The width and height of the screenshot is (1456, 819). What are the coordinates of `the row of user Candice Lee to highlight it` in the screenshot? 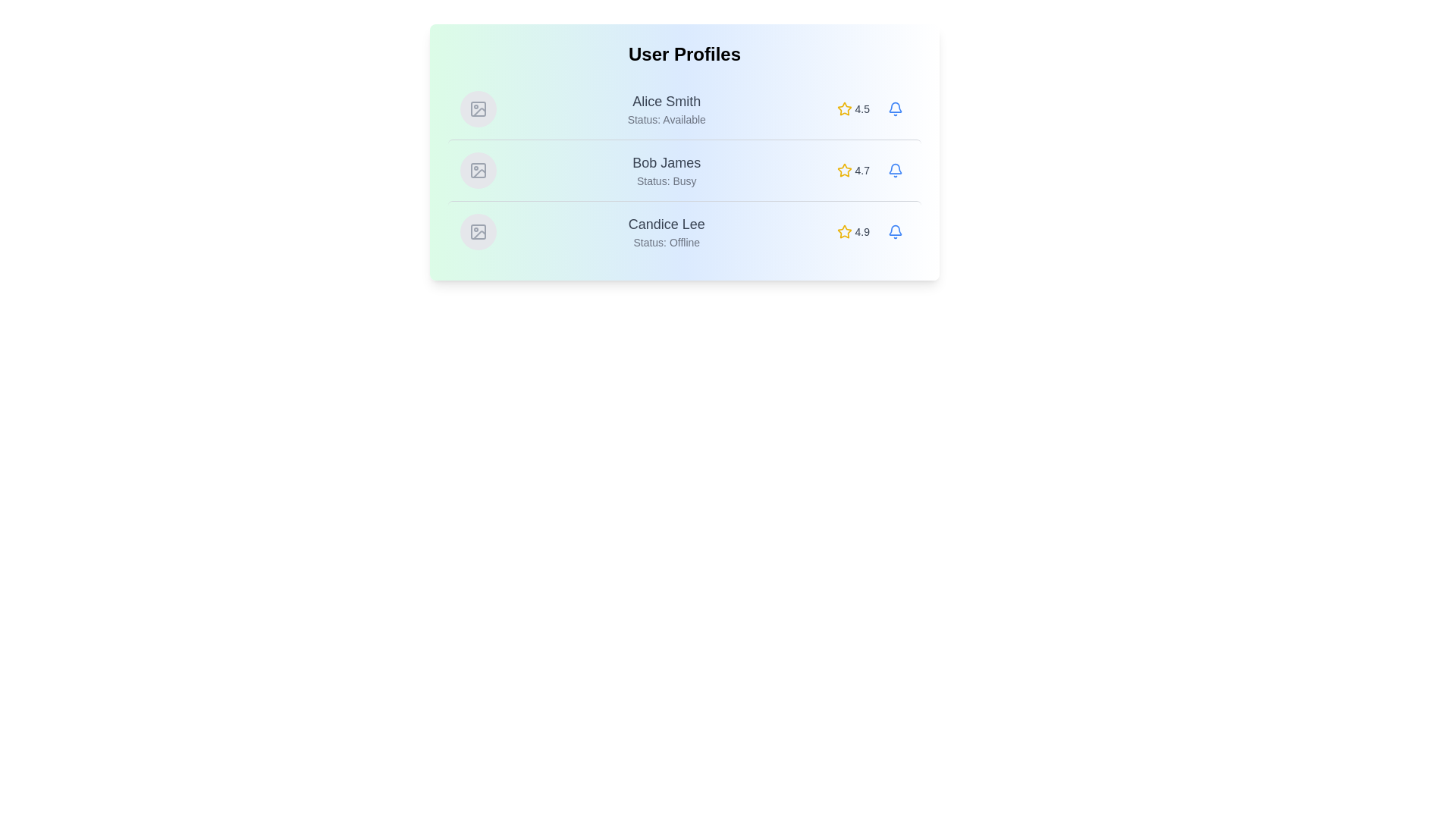 It's located at (683, 231).